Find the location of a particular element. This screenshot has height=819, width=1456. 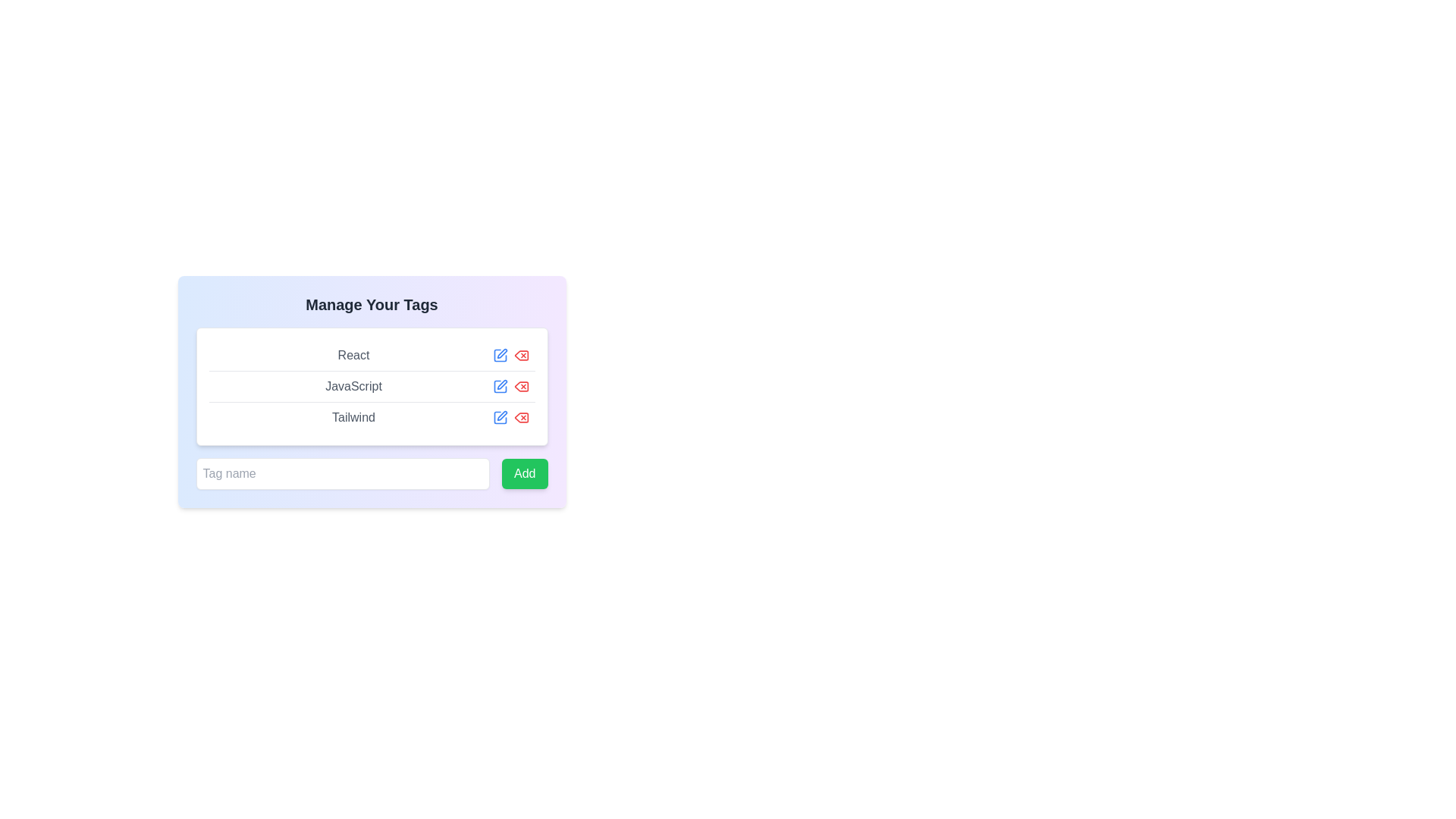

the pen icon within the SVG graphic located directly to the right of the text 'React' in the first row of the tag list is located at coordinates (502, 353).